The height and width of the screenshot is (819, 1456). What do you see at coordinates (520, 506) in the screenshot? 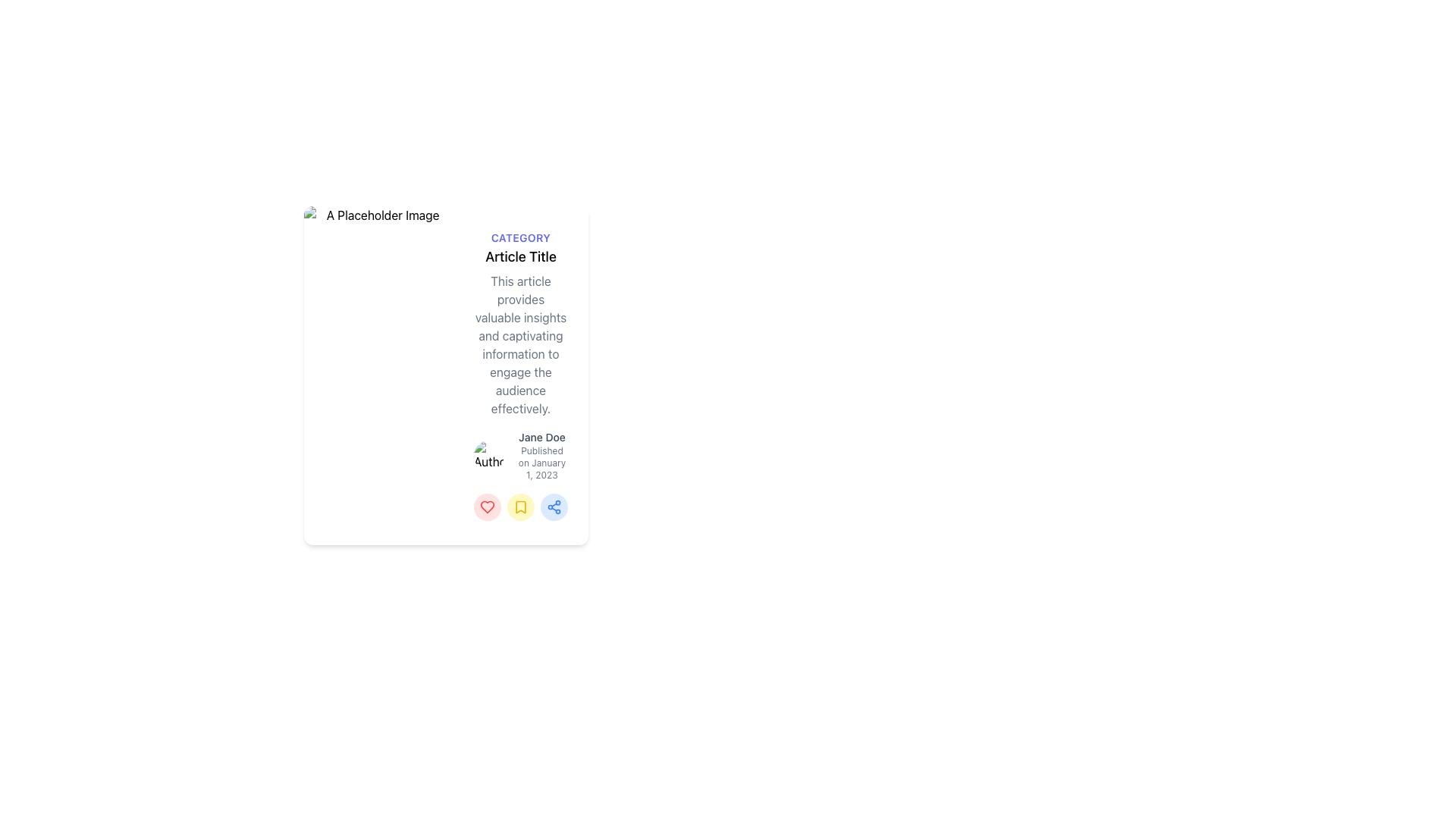
I see `the vibrant yellow bookmark icon button located in the bottom row of icons on the card, positioned between the heart-shaped icon and the circular share icon` at bounding box center [520, 506].